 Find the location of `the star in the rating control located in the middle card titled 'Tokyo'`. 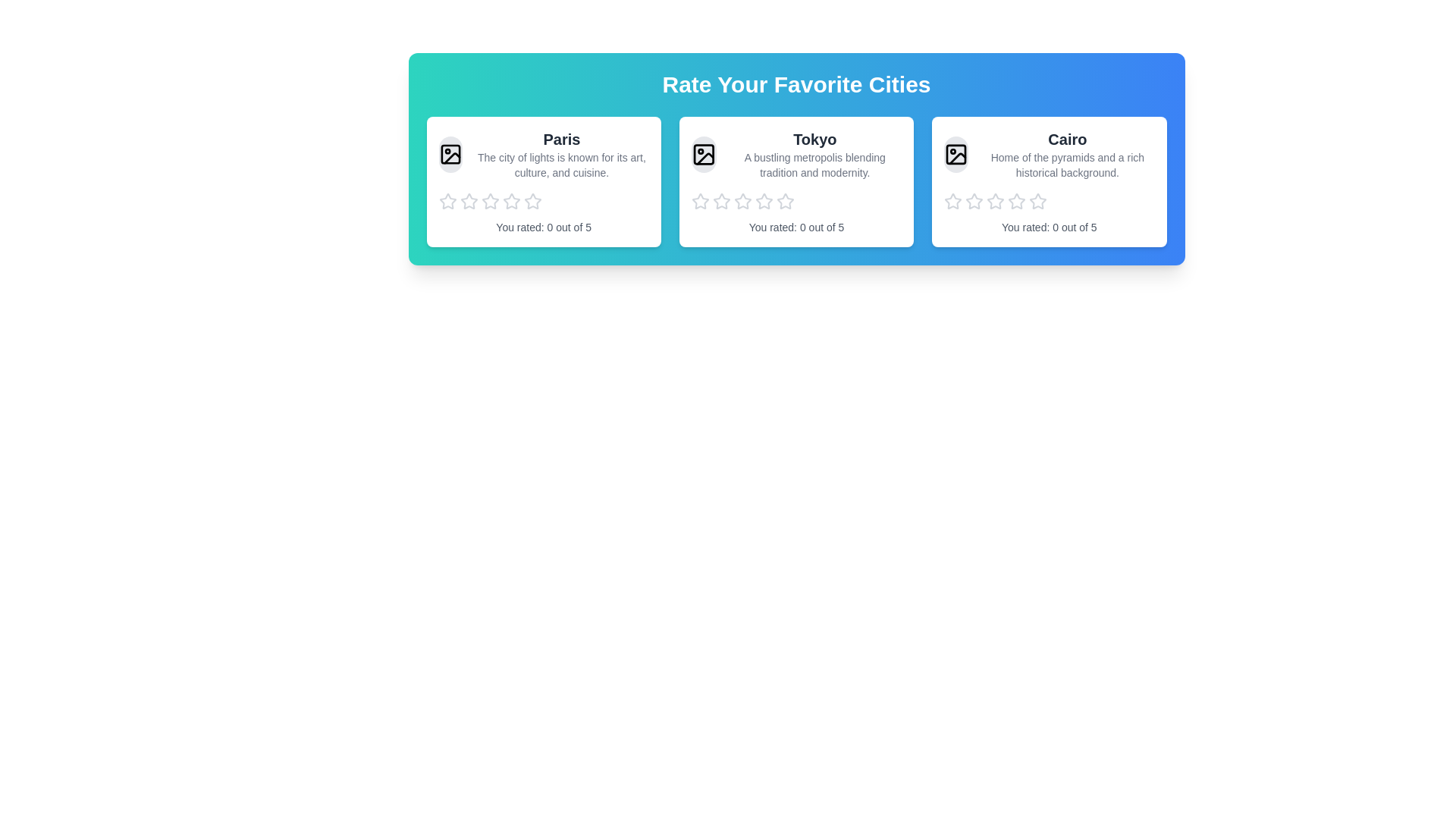

the star in the rating control located in the middle card titled 'Tokyo' is located at coordinates (795, 201).